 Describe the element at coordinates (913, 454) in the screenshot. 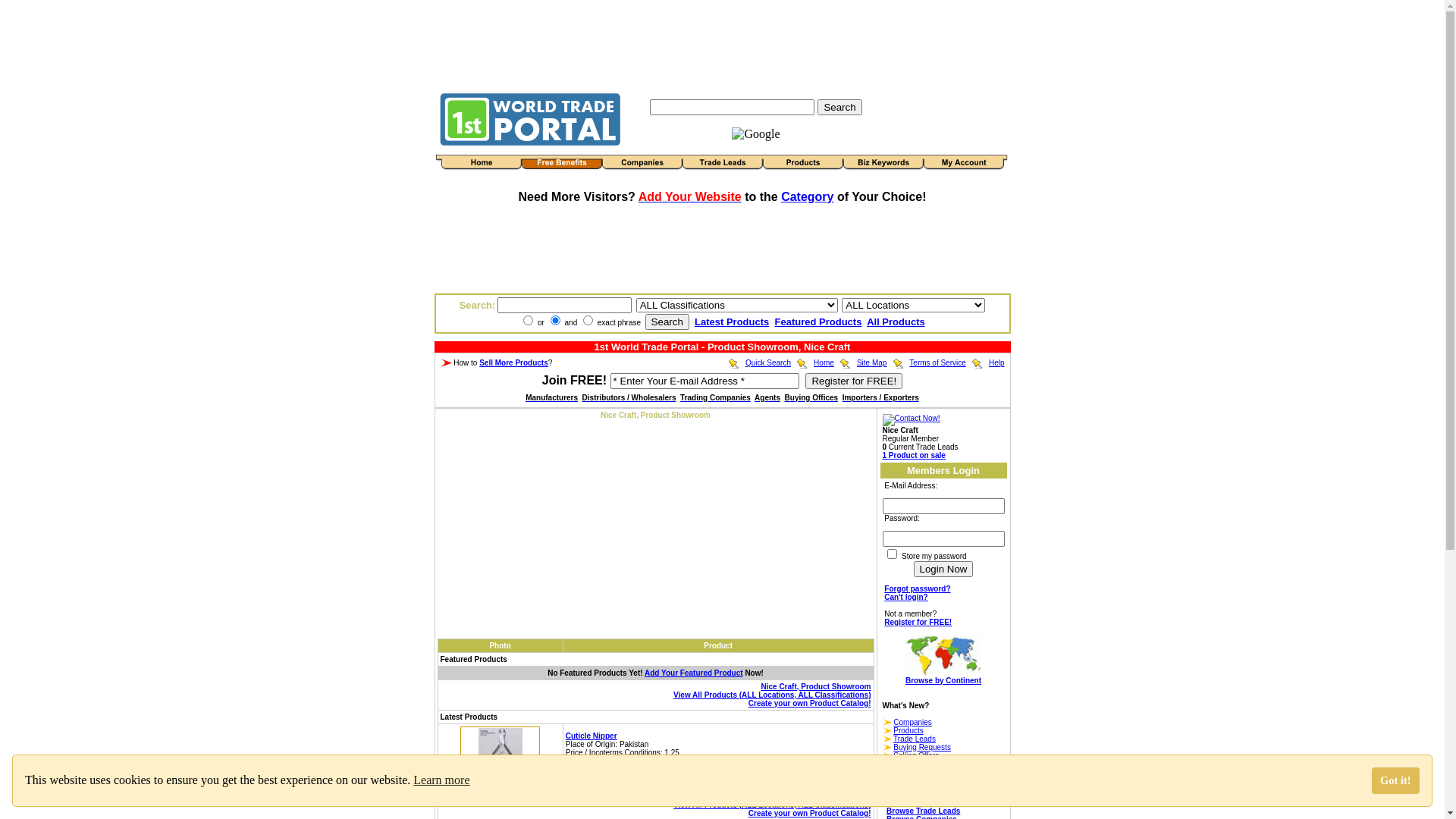

I see `'1 Product on sale'` at that location.